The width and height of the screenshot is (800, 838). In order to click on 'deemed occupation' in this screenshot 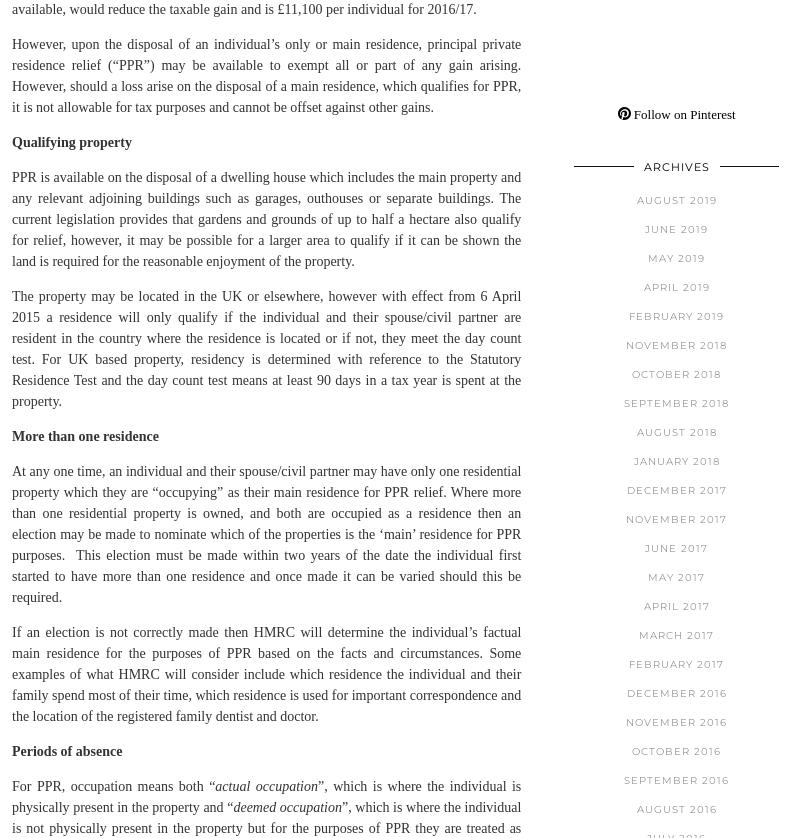, I will do `click(287, 805)`.